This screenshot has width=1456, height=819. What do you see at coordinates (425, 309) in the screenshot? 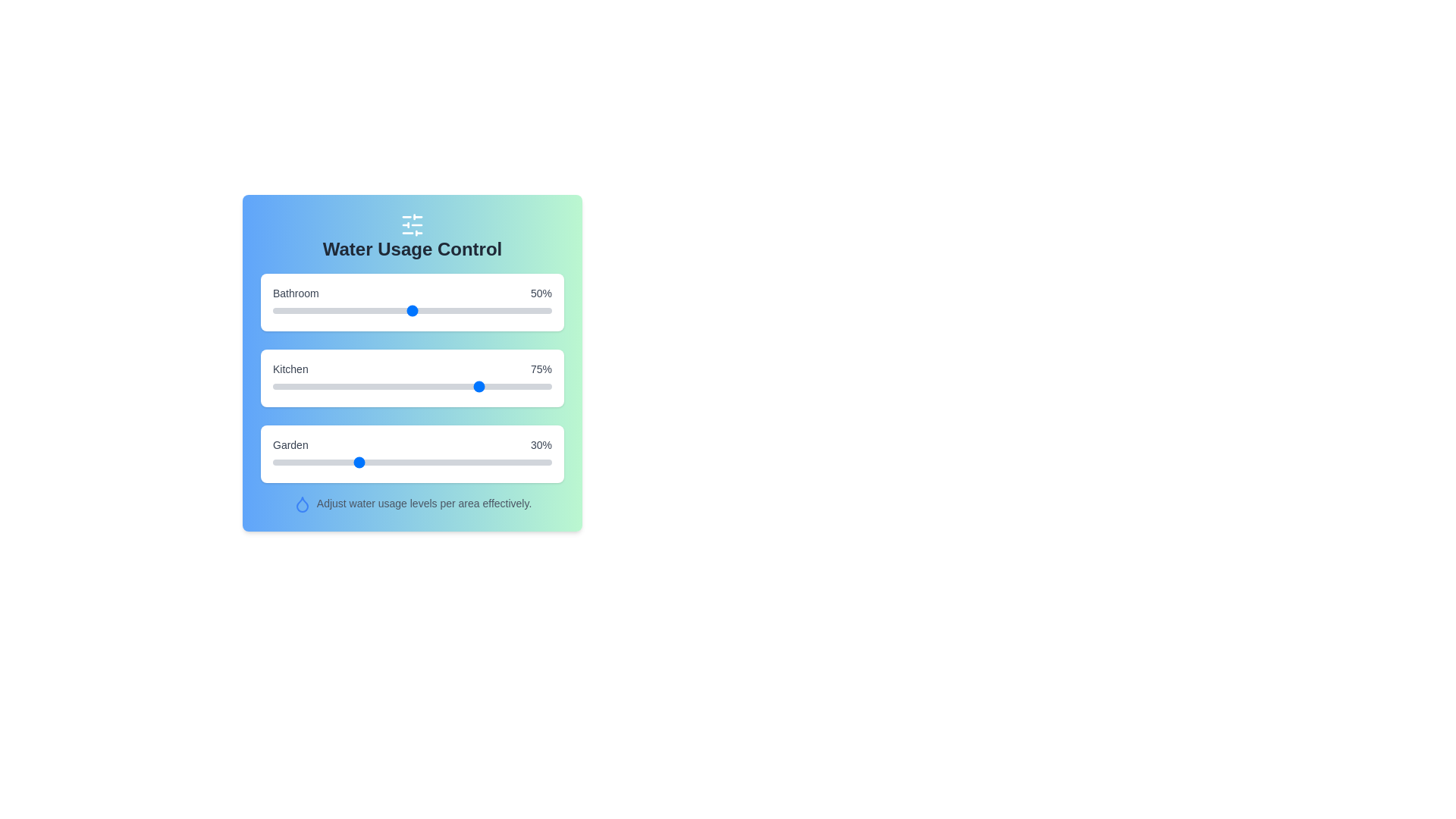
I see `the Bathroom usage slider to 55%` at bounding box center [425, 309].